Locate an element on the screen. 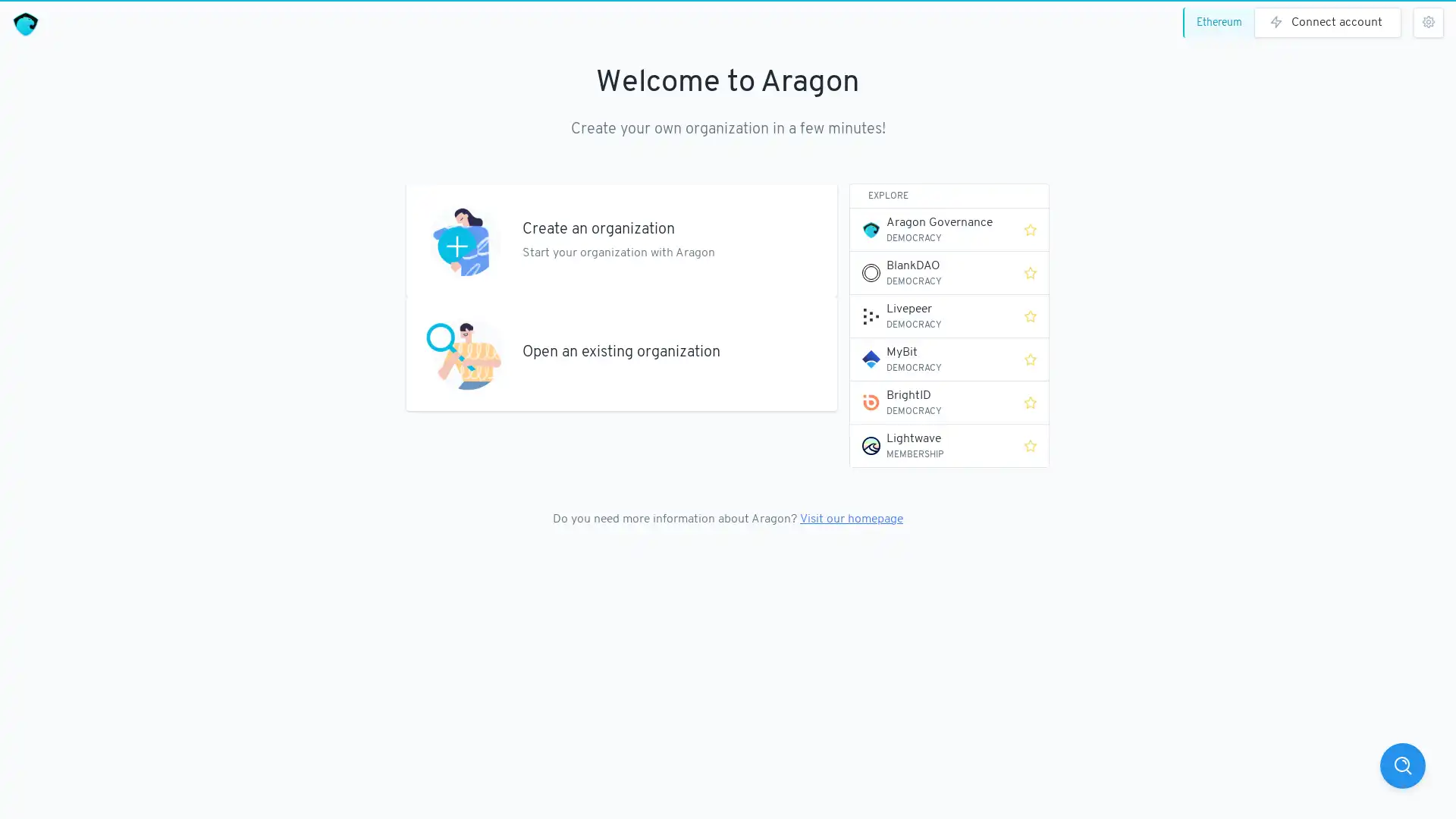  BrightID DEMOCRACY is located at coordinates (930, 402).